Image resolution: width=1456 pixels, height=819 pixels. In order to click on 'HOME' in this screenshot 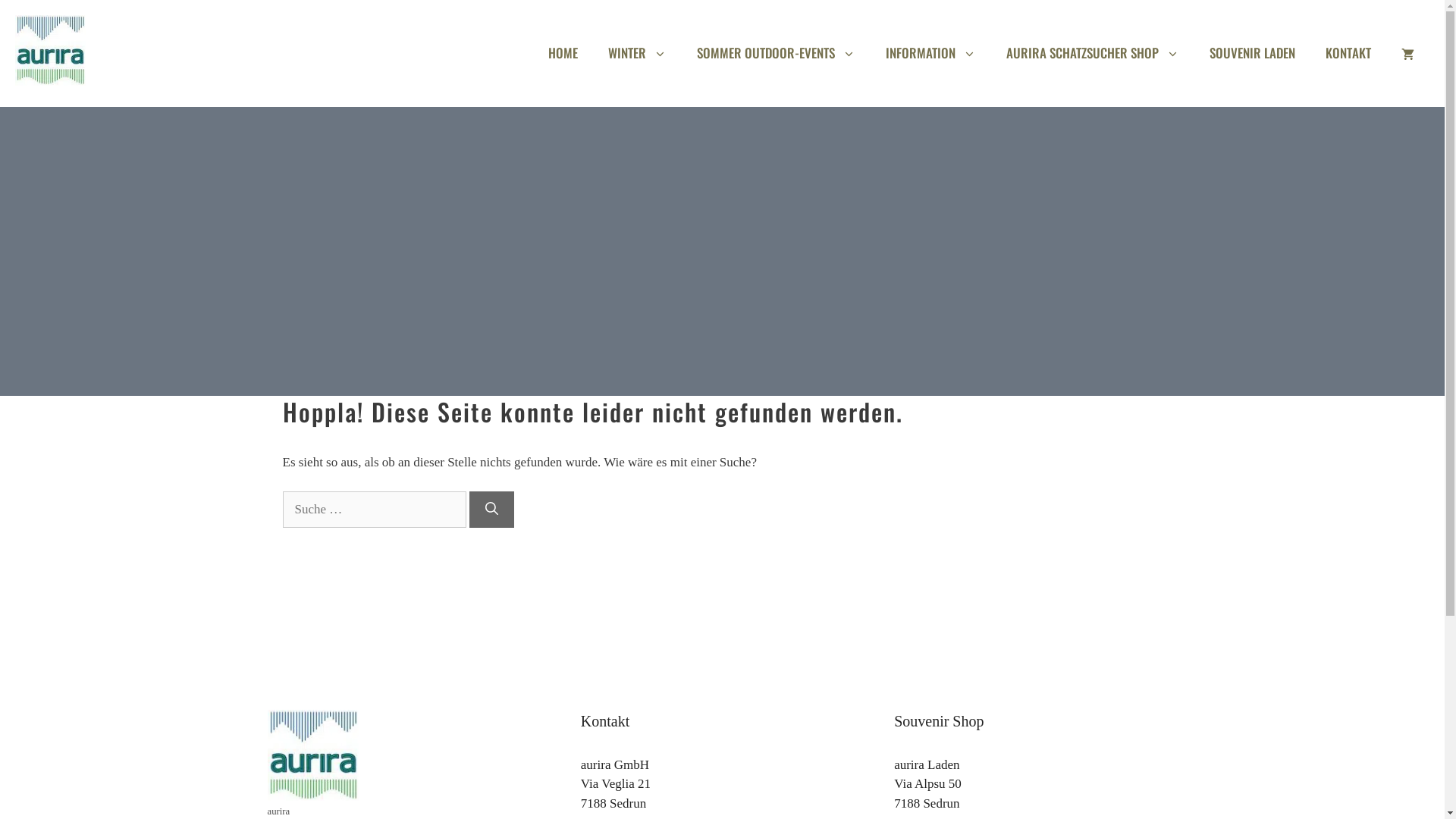, I will do `click(562, 52)`.